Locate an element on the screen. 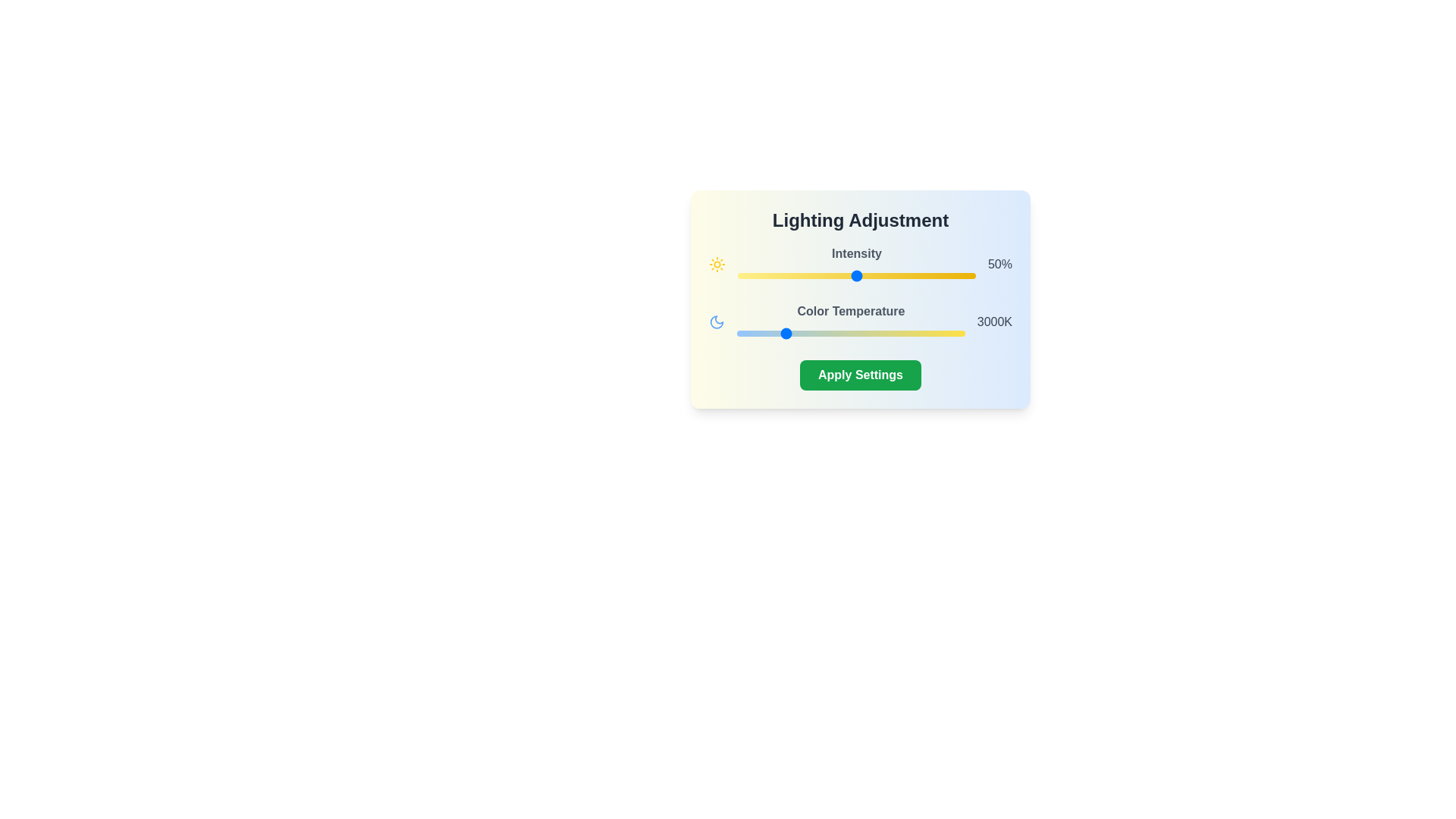 The height and width of the screenshot is (819, 1456). the 'Apply Settings' button to apply the current lighting settings is located at coordinates (860, 375).